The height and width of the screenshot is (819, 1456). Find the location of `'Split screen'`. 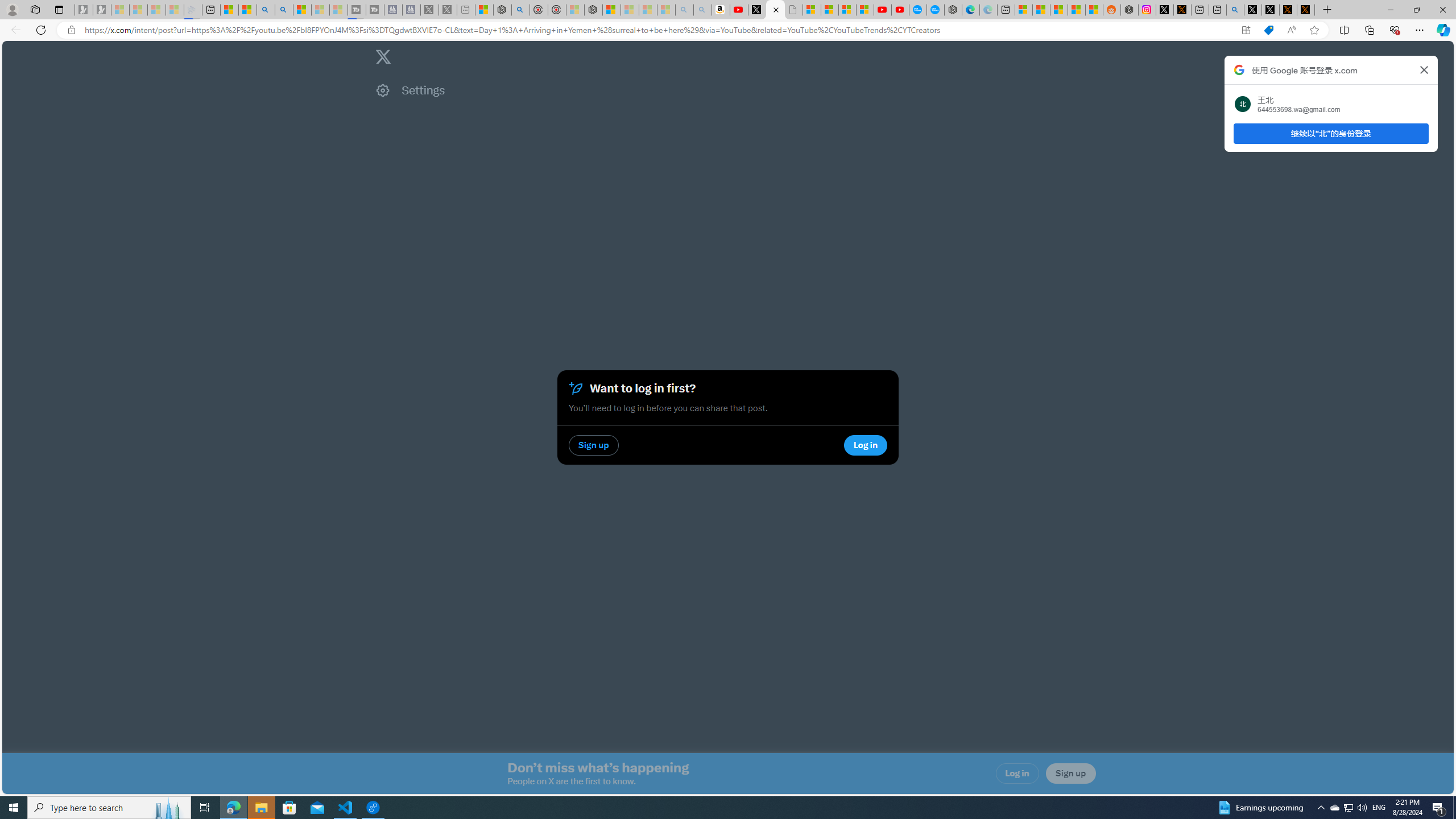

'Split screen' is located at coordinates (1345, 29).